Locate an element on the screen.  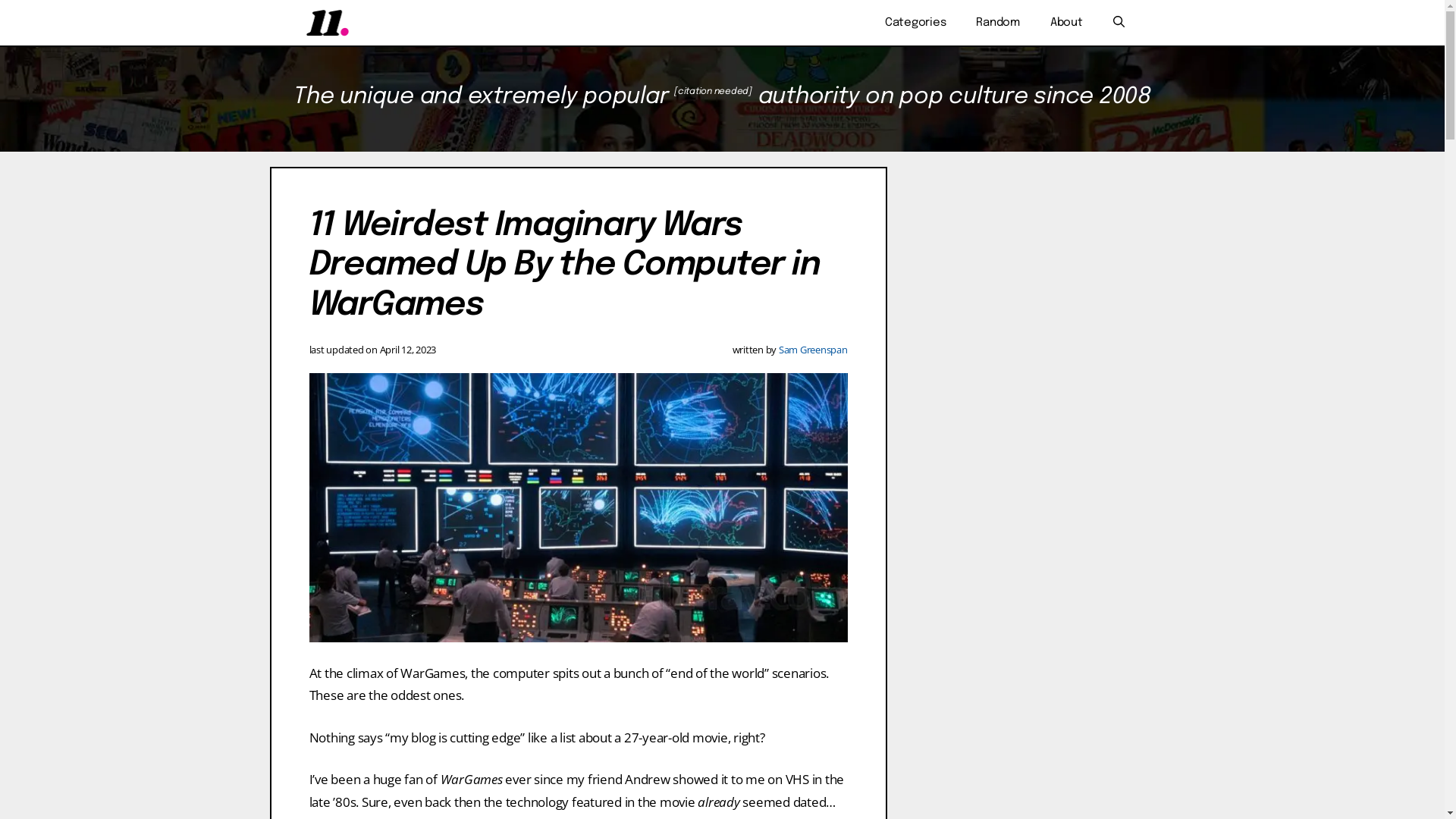
'11 Points' is located at coordinates (304, 23).